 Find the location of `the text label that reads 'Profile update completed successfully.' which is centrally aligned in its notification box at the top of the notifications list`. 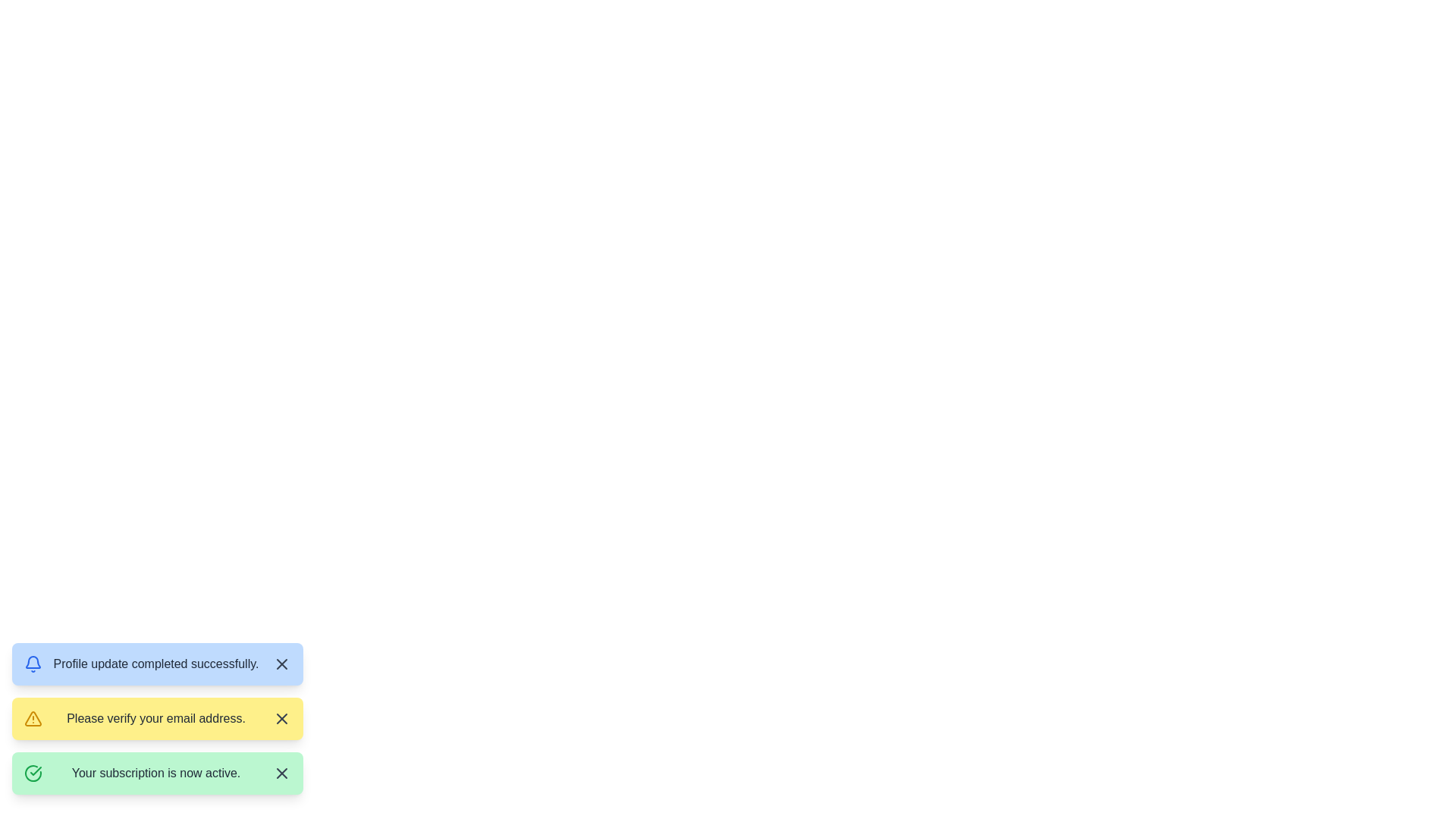

the text label that reads 'Profile update completed successfully.' which is centrally aligned in its notification box at the top of the notifications list is located at coordinates (156, 663).